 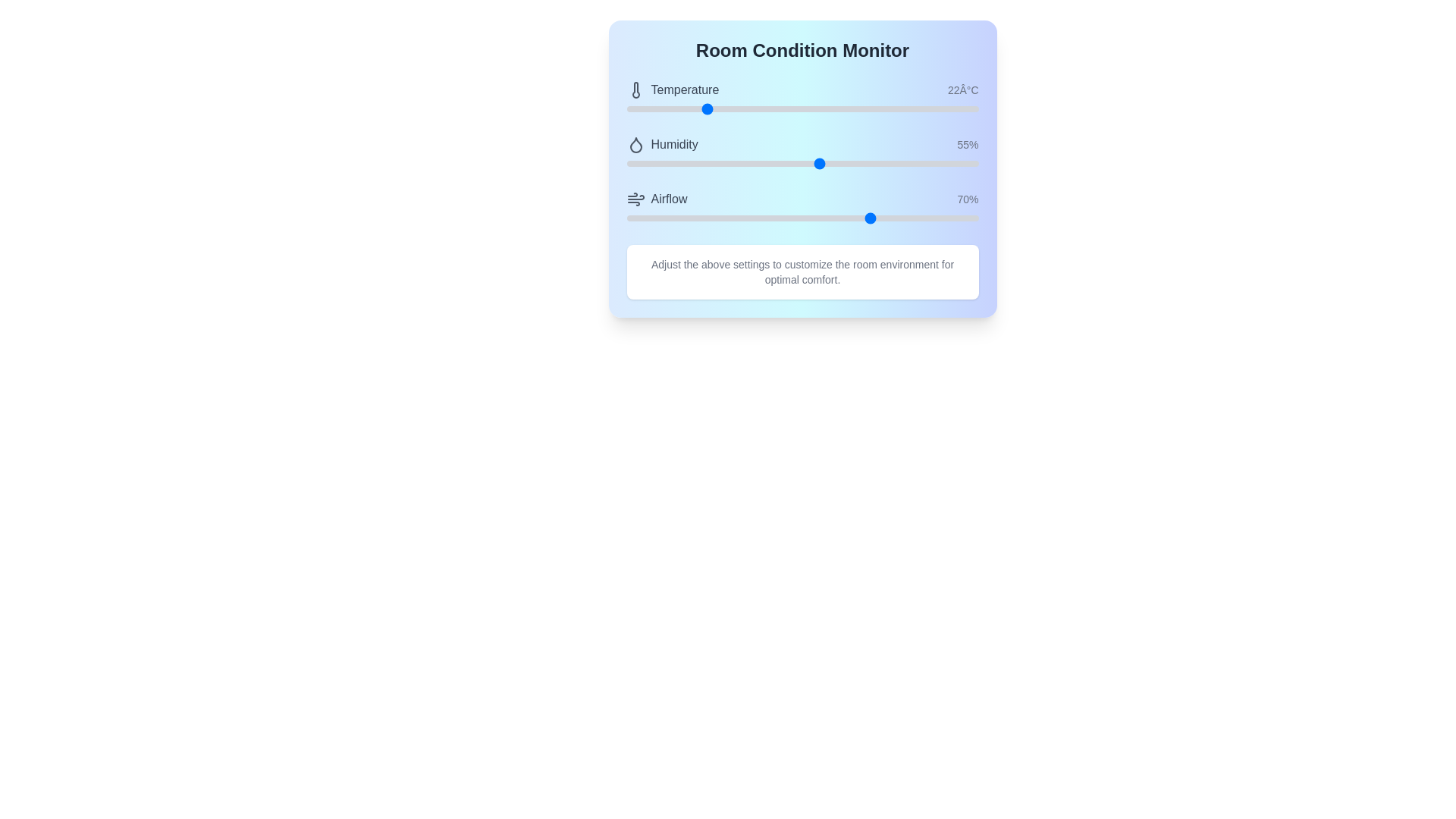 What do you see at coordinates (679, 218) in the screenshot?
I see `the airflow` at bounding box center [679, 218].